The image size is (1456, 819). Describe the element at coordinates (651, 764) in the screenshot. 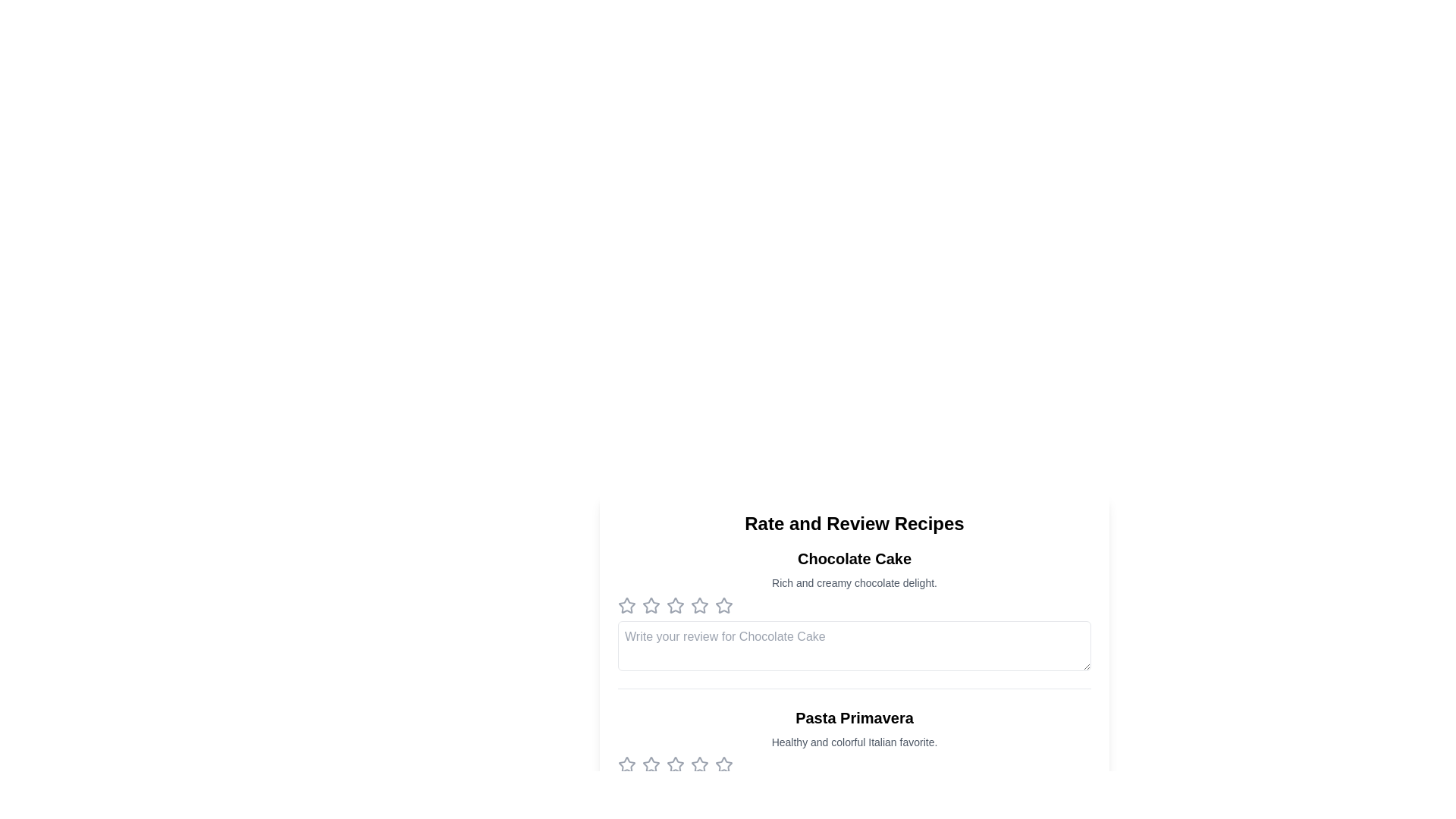

I see `the first star-shaped icon with a gray outline under the 'Pasta Primavera' section in the 'Rate and Review Recipes' interface` at that location.